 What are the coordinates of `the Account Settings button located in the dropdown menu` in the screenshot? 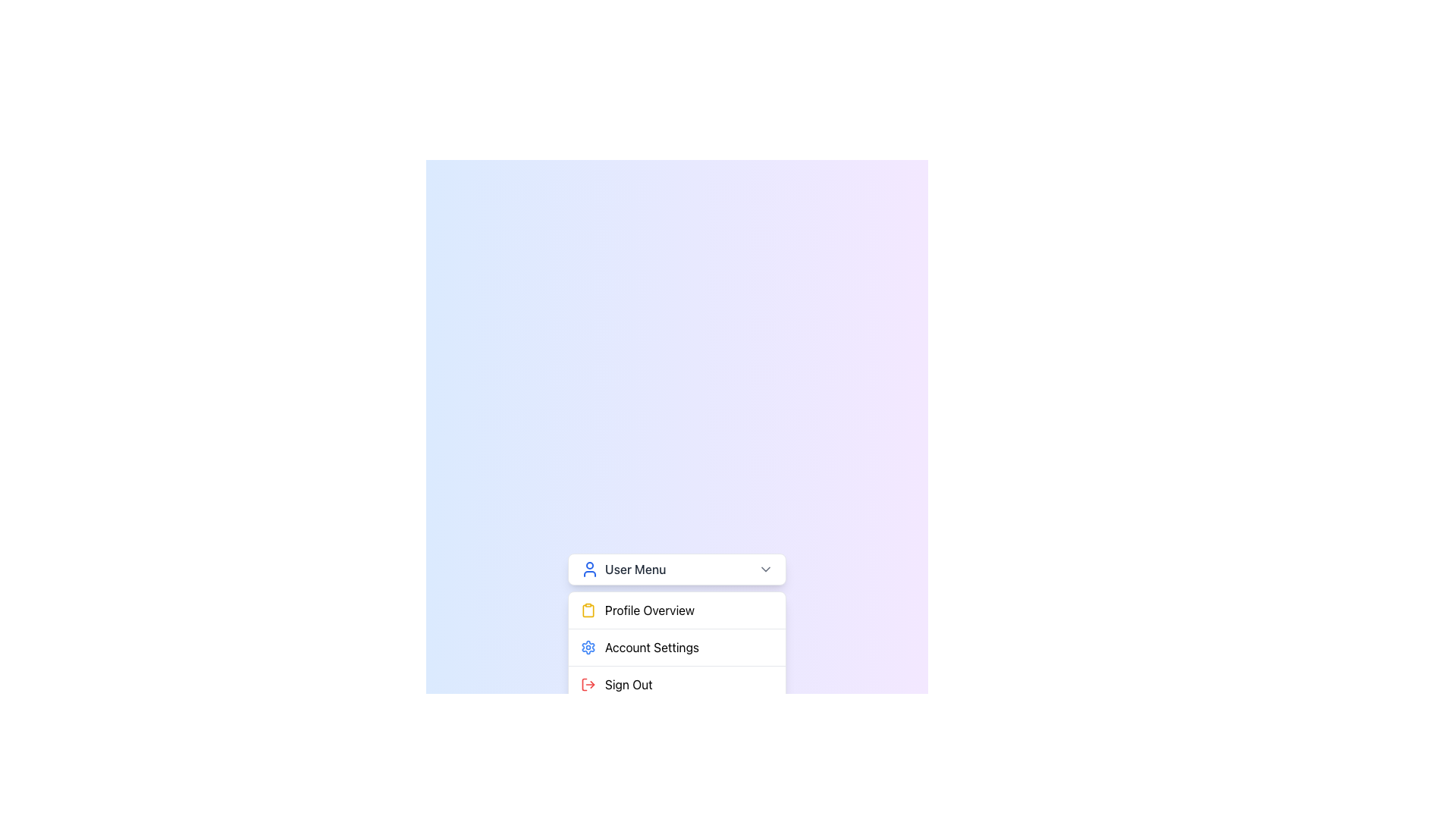 It's located at (676, 647).